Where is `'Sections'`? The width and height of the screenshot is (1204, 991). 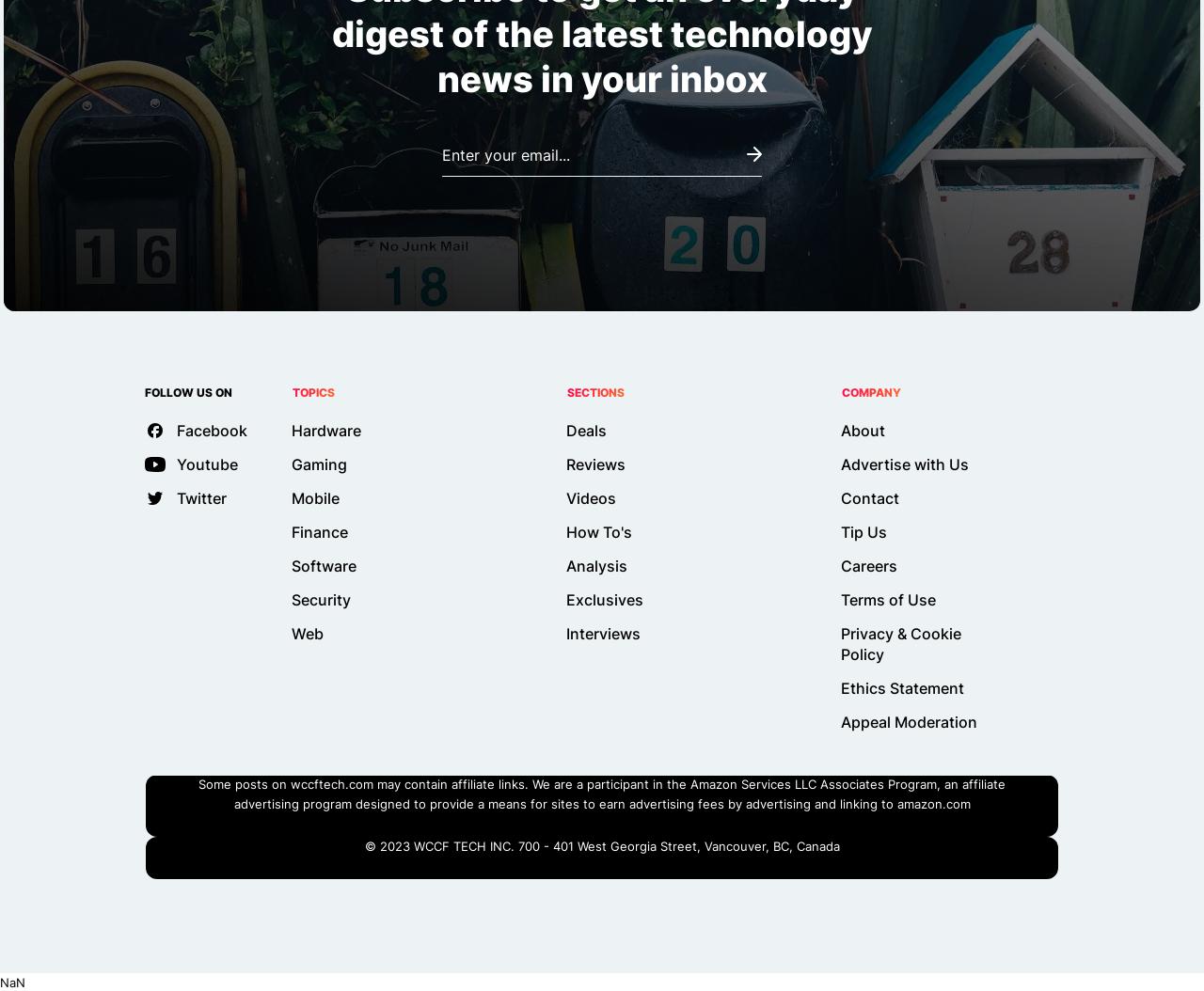
'Sections' is located at coordinates (566, 391).